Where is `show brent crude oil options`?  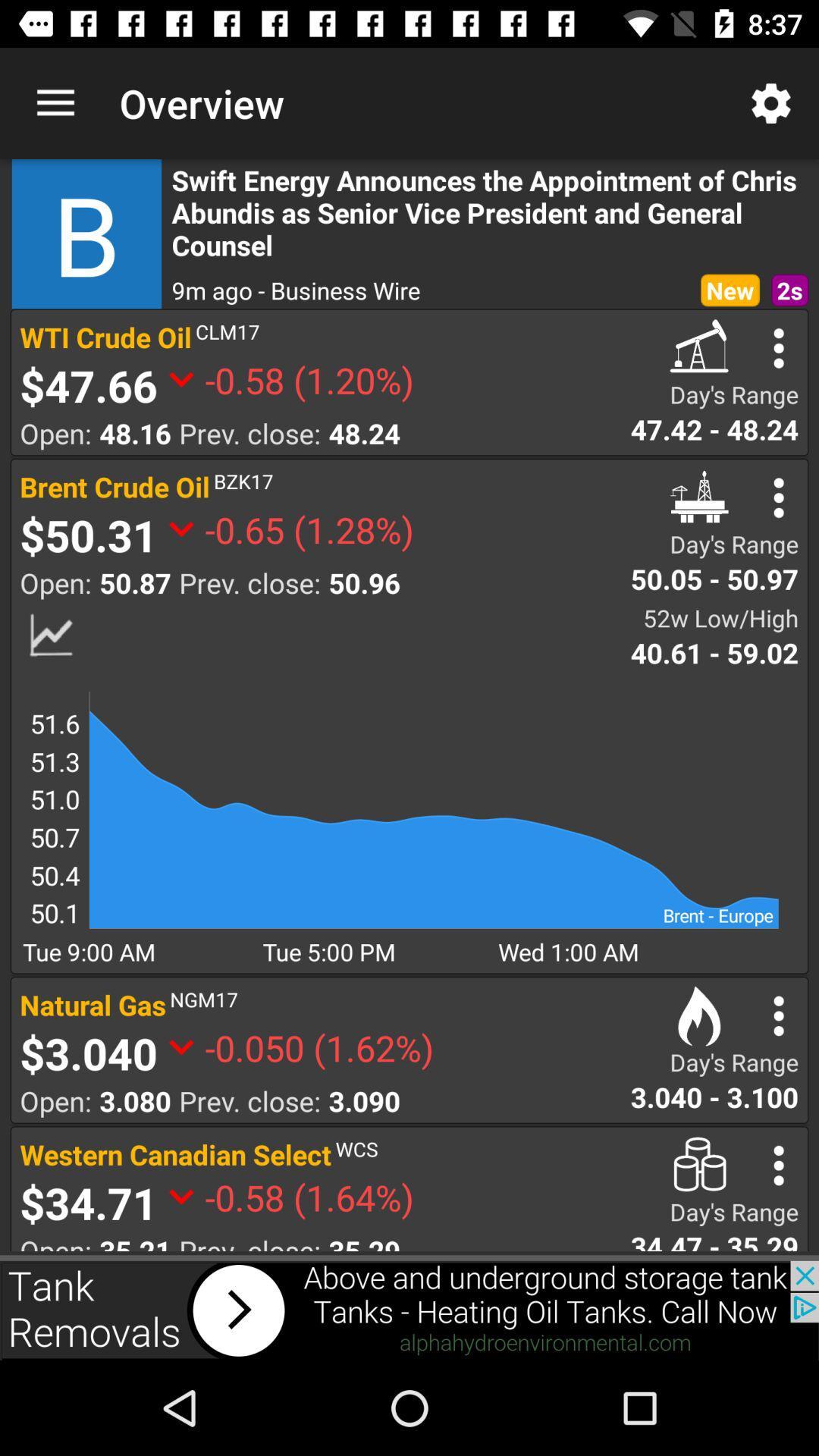
show brent crude oil options is located at coordinates (779, 497).